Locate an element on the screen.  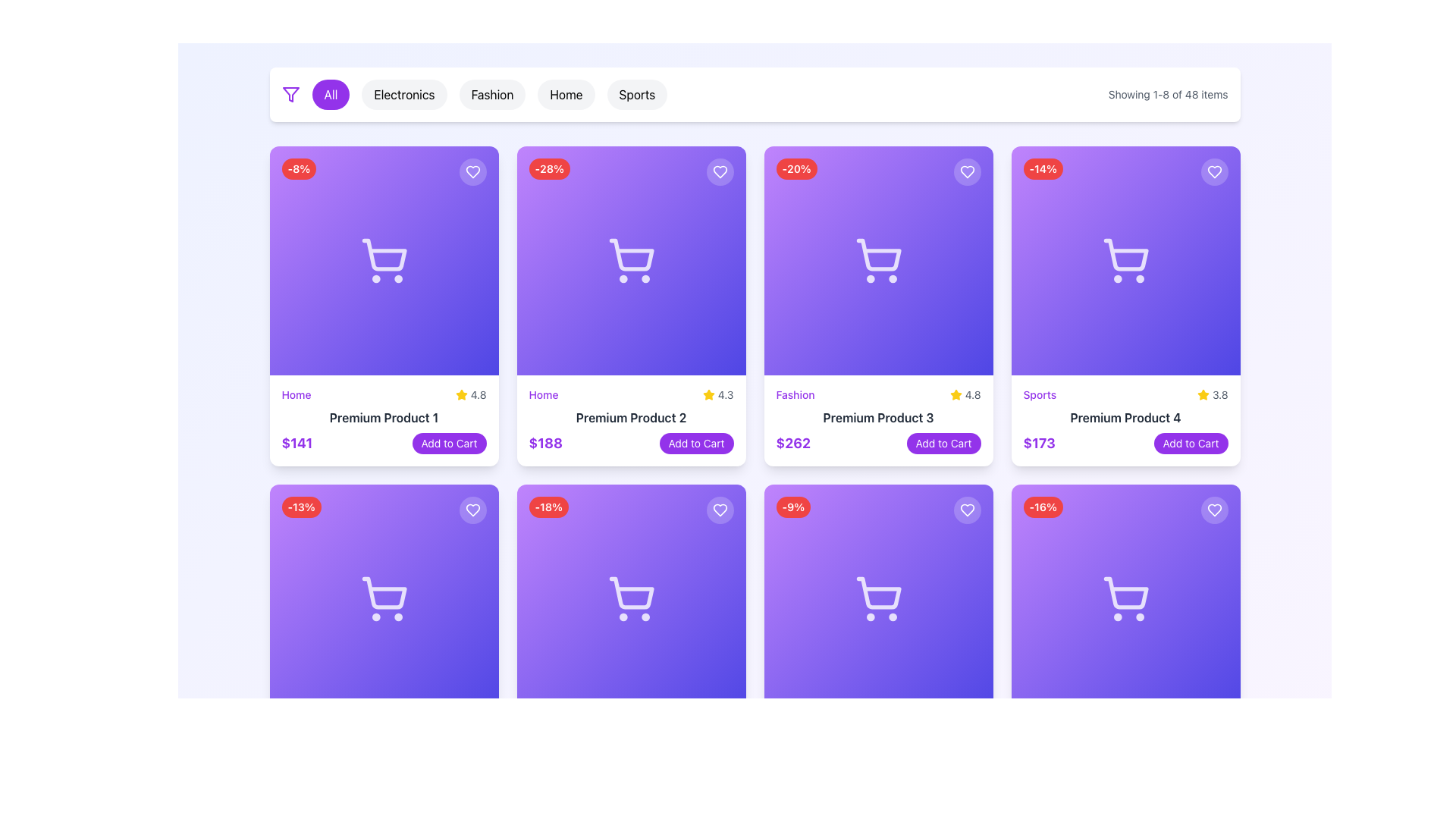
the 'favorite' or 'save' toggle button located in the top-right corner of the product card with a '-9%' label in the grid's second row, fourth column is located at coordinates (966, 510).